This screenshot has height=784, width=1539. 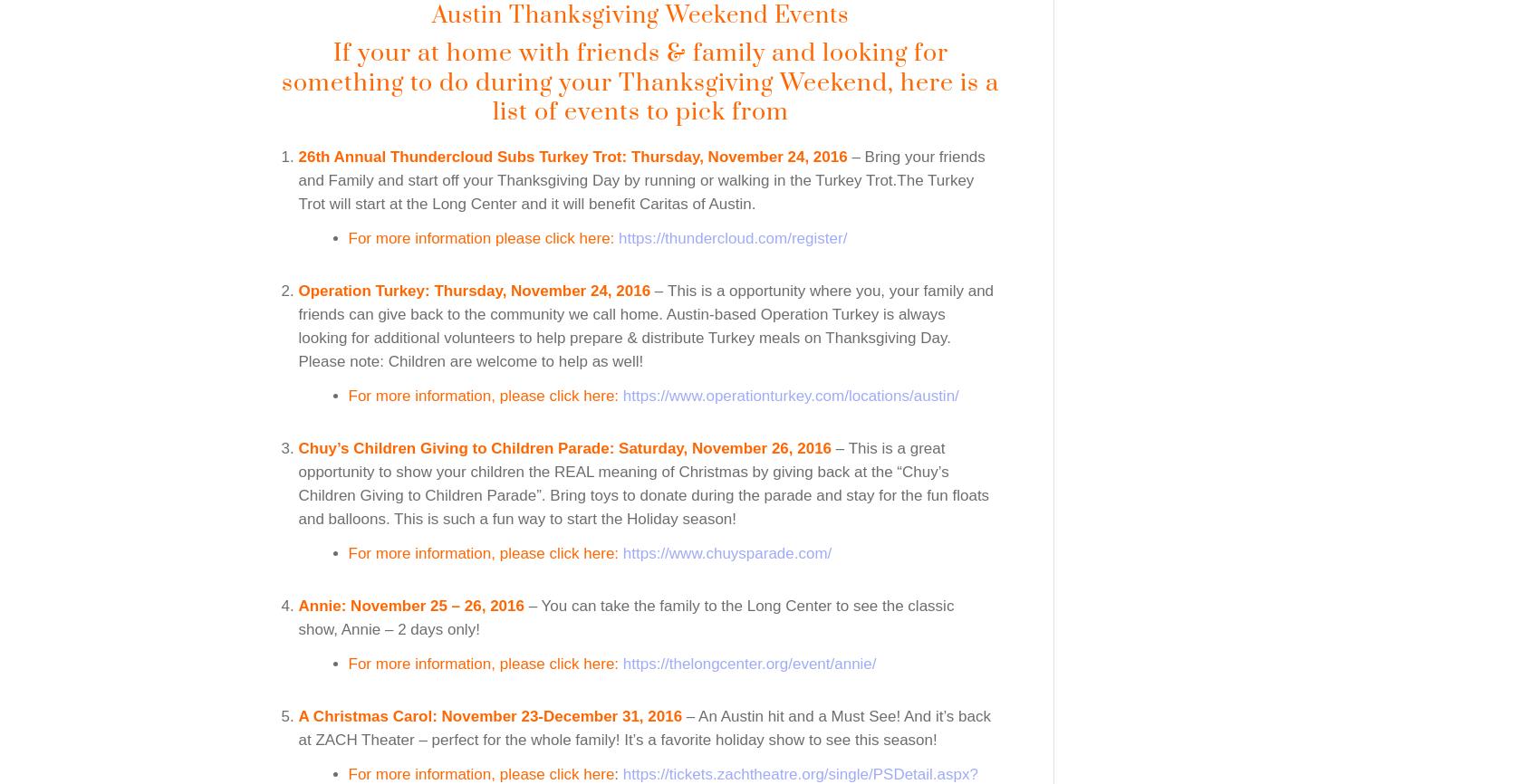 I want to click on 'For more information please click here:', so click(x=479, y=236).